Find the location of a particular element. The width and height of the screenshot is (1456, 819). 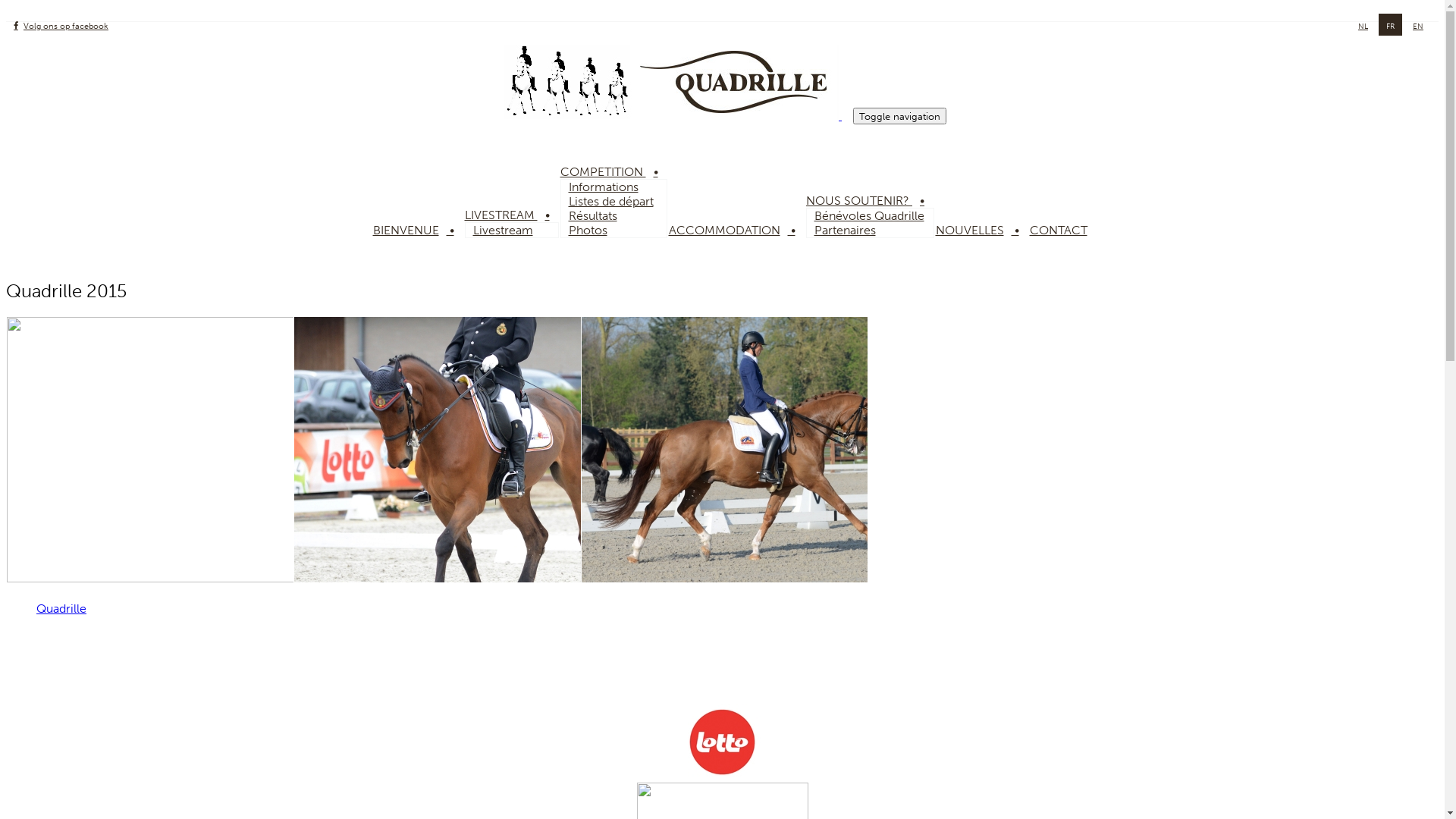

'NOUVELLES' is located at coordinates (981, 230).